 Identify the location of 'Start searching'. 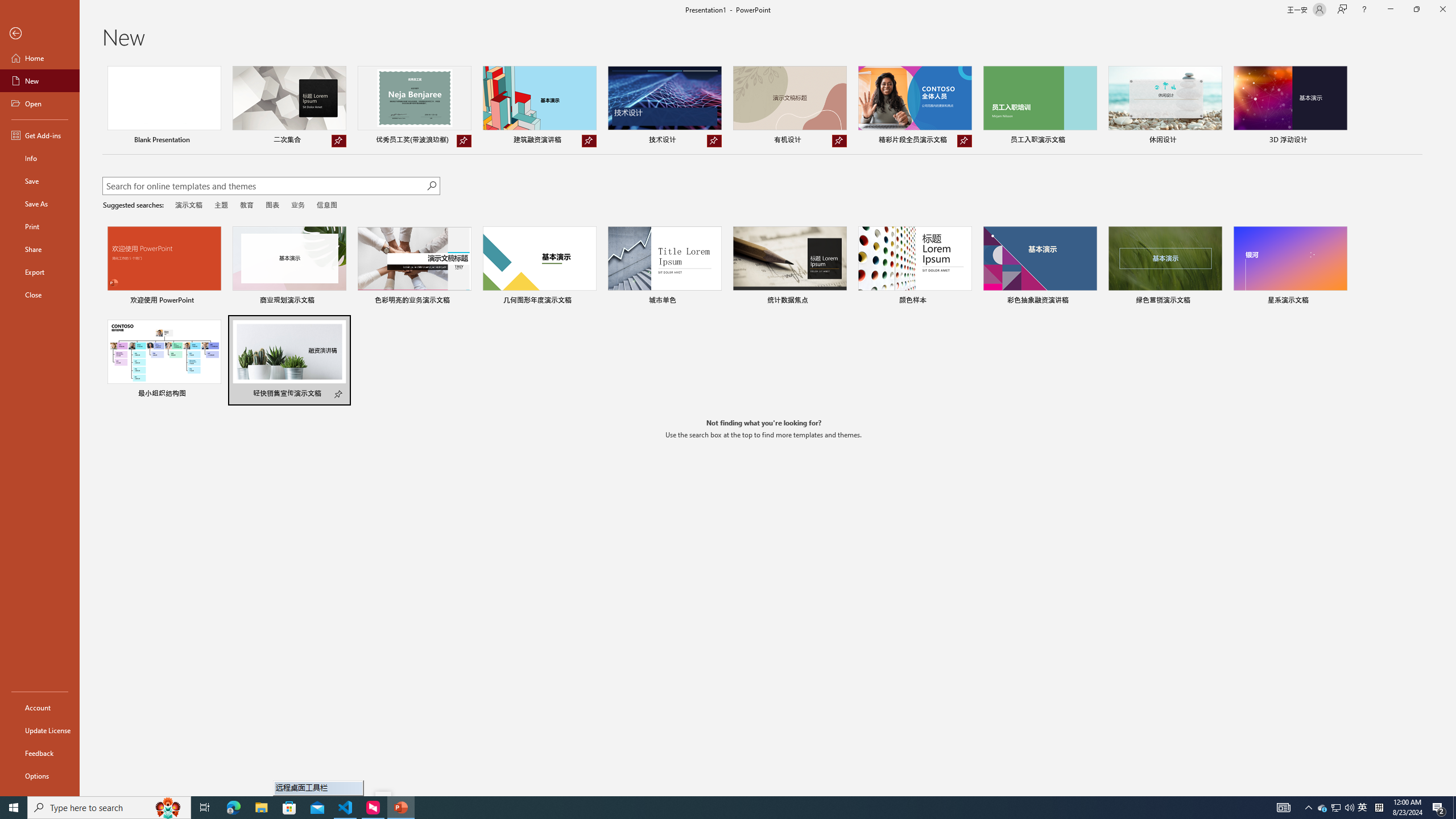
(431, 185).